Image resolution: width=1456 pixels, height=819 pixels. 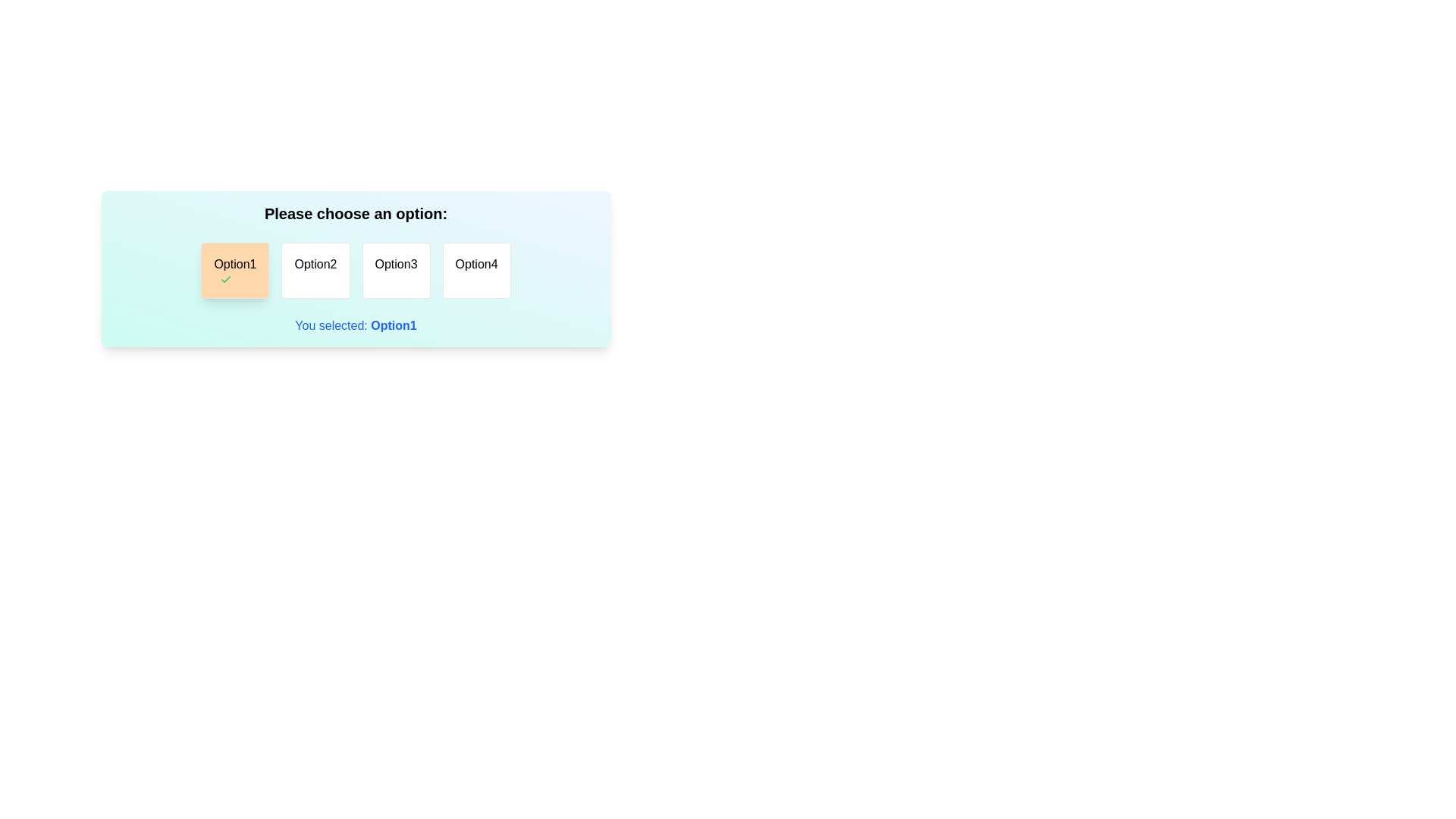 What do you see at coordinates (394, 325) in the screenshot?
I see `the bold blue text label displaying 'Option1' which is part of the sentence 'You selected: Option1' located under a set of selectable options` at bounding box center [394, 325].